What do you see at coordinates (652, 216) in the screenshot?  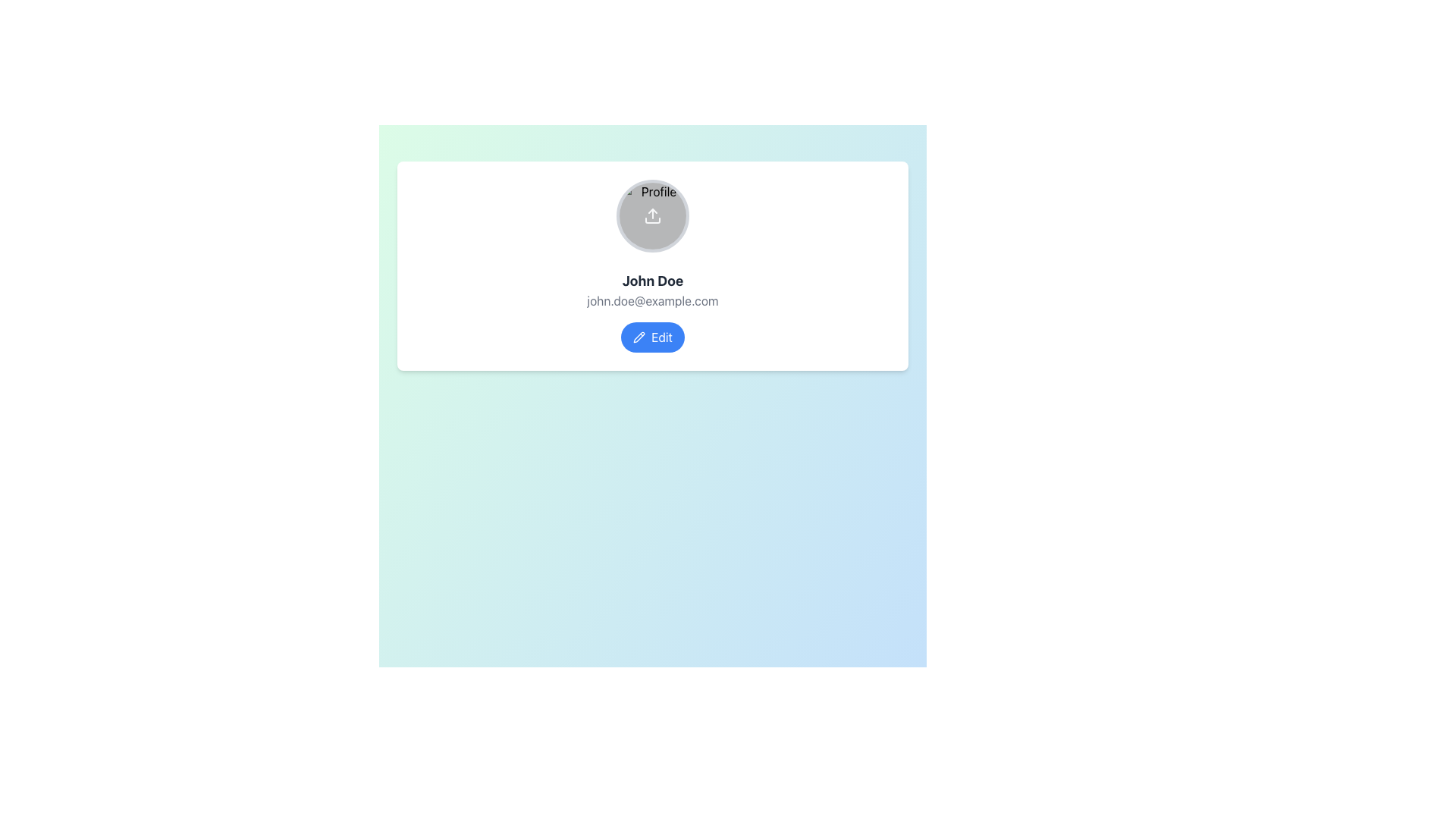 I see `the circular profile image placeholder labeled 'Profile' to upload a photo` at bounding box center [652, 216].